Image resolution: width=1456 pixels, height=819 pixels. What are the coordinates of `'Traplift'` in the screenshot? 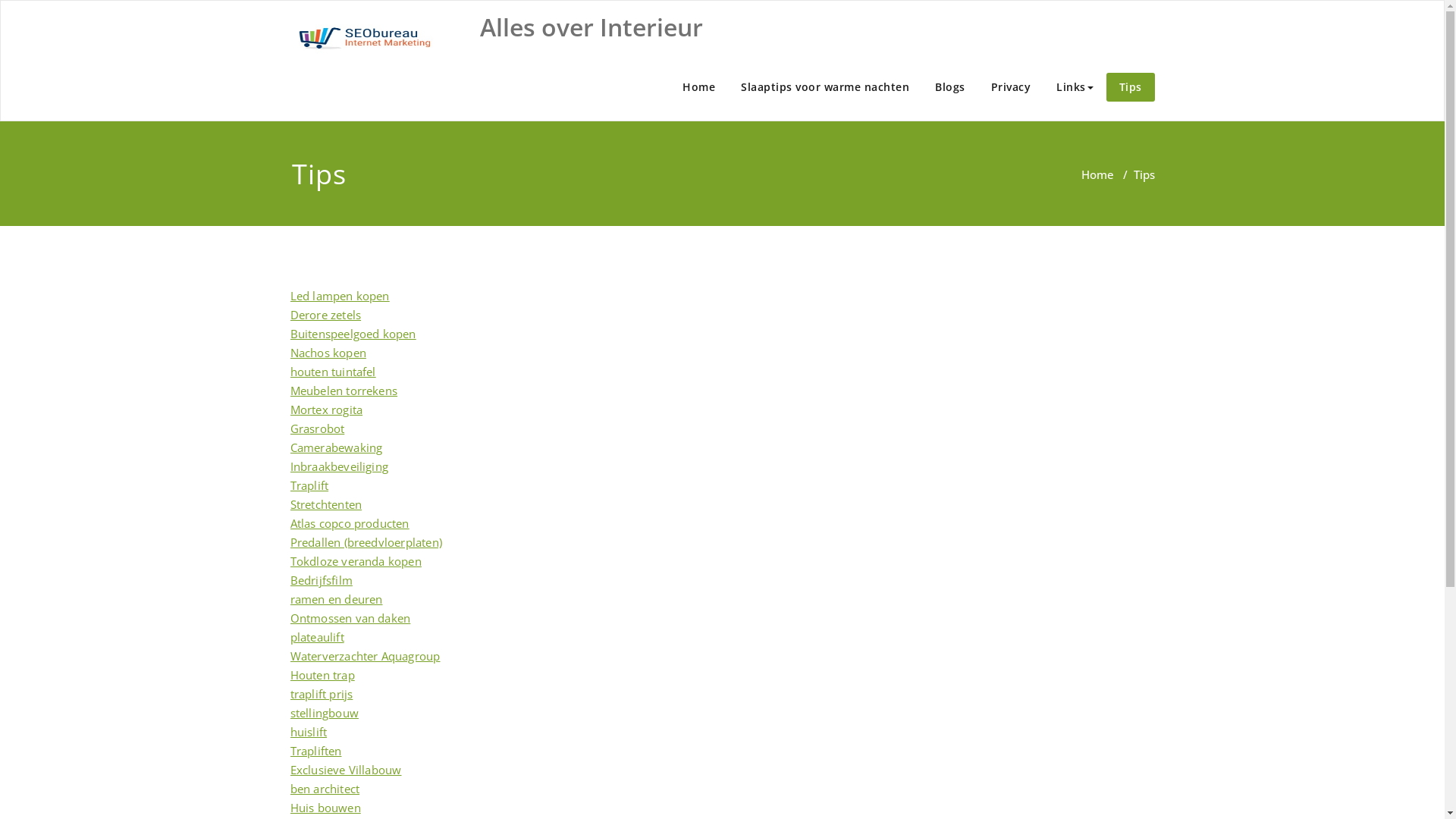 It's located at (308, 485).